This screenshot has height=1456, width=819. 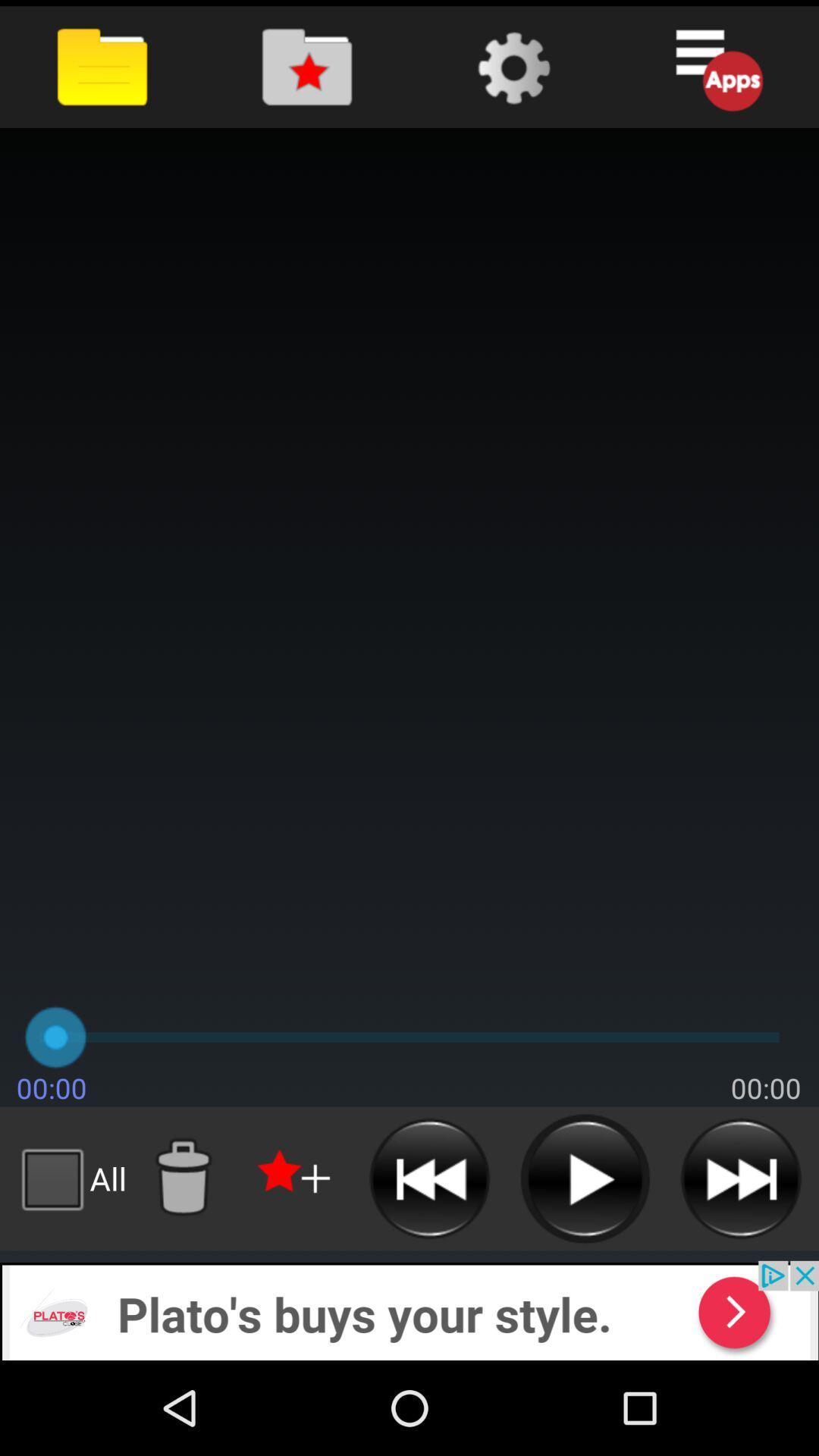 I want to click on beginning of audio, so click(x=429, y=1178).